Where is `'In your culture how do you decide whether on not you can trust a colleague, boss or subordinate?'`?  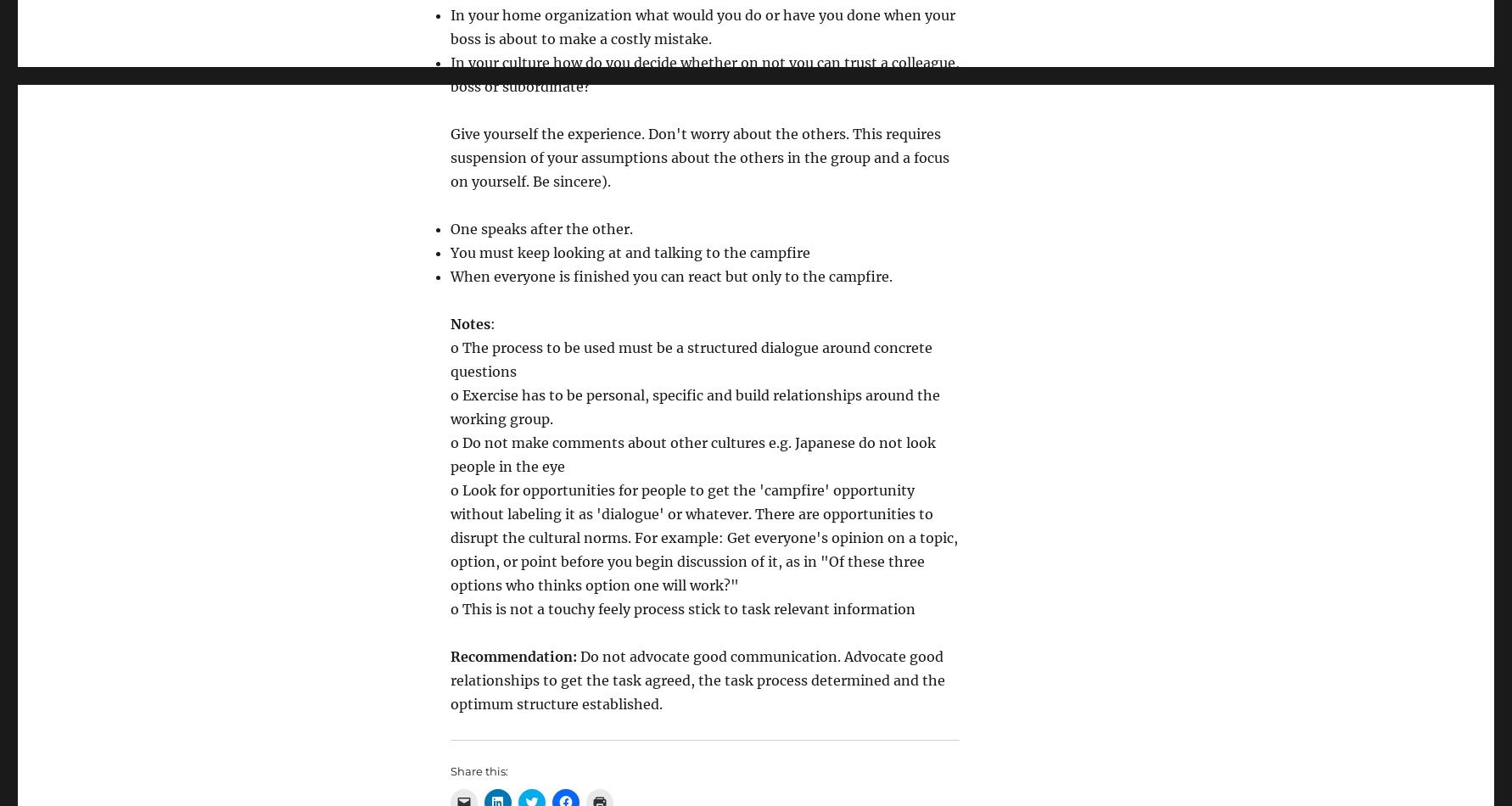
'In your culture how do you decide whether on not you can trust a colleague, boss or subordinate?' is located at coordinates (703, 74).